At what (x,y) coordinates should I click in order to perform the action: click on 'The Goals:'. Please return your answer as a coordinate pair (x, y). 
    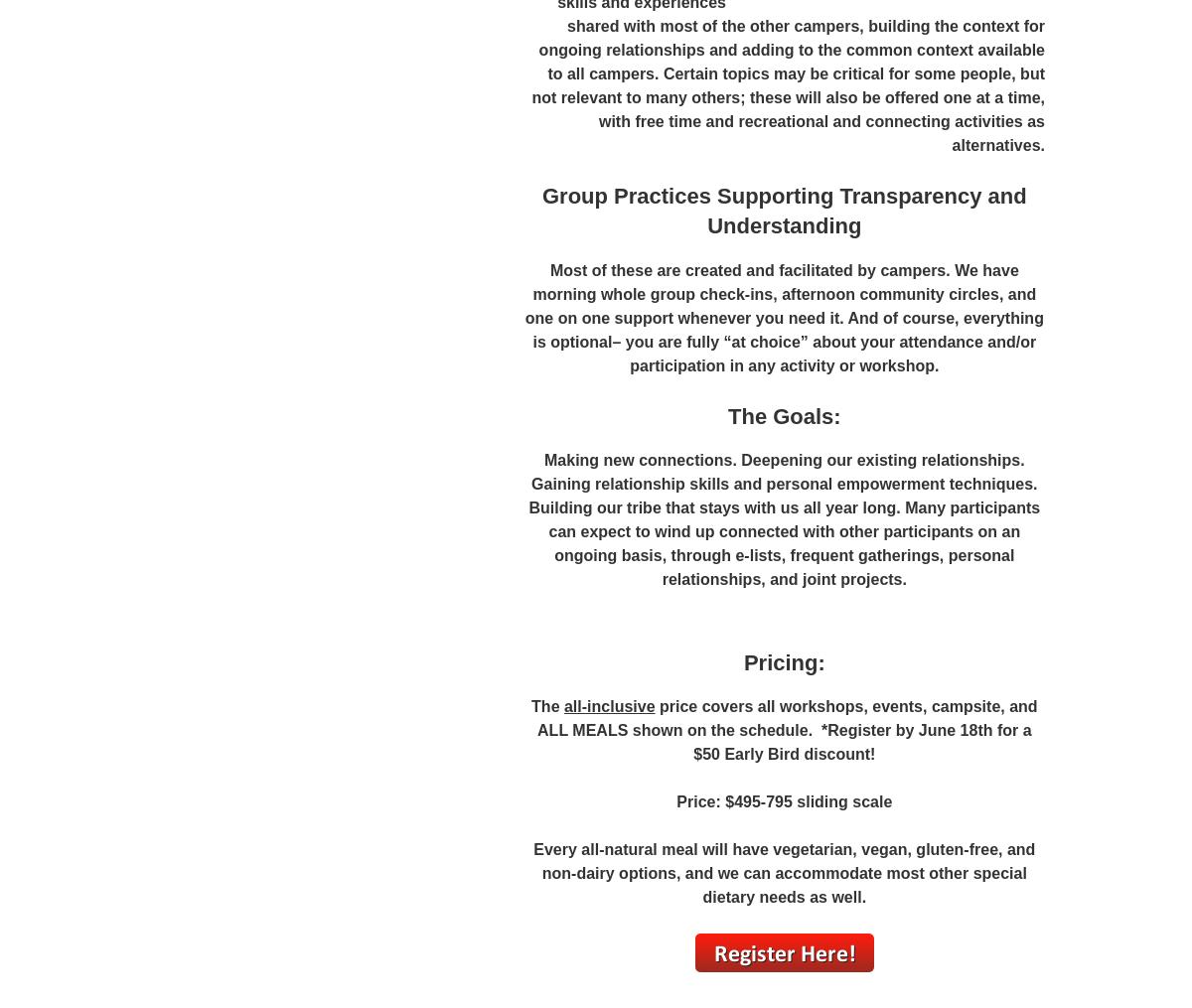
    Looking at the image, I should click on (783, 415).